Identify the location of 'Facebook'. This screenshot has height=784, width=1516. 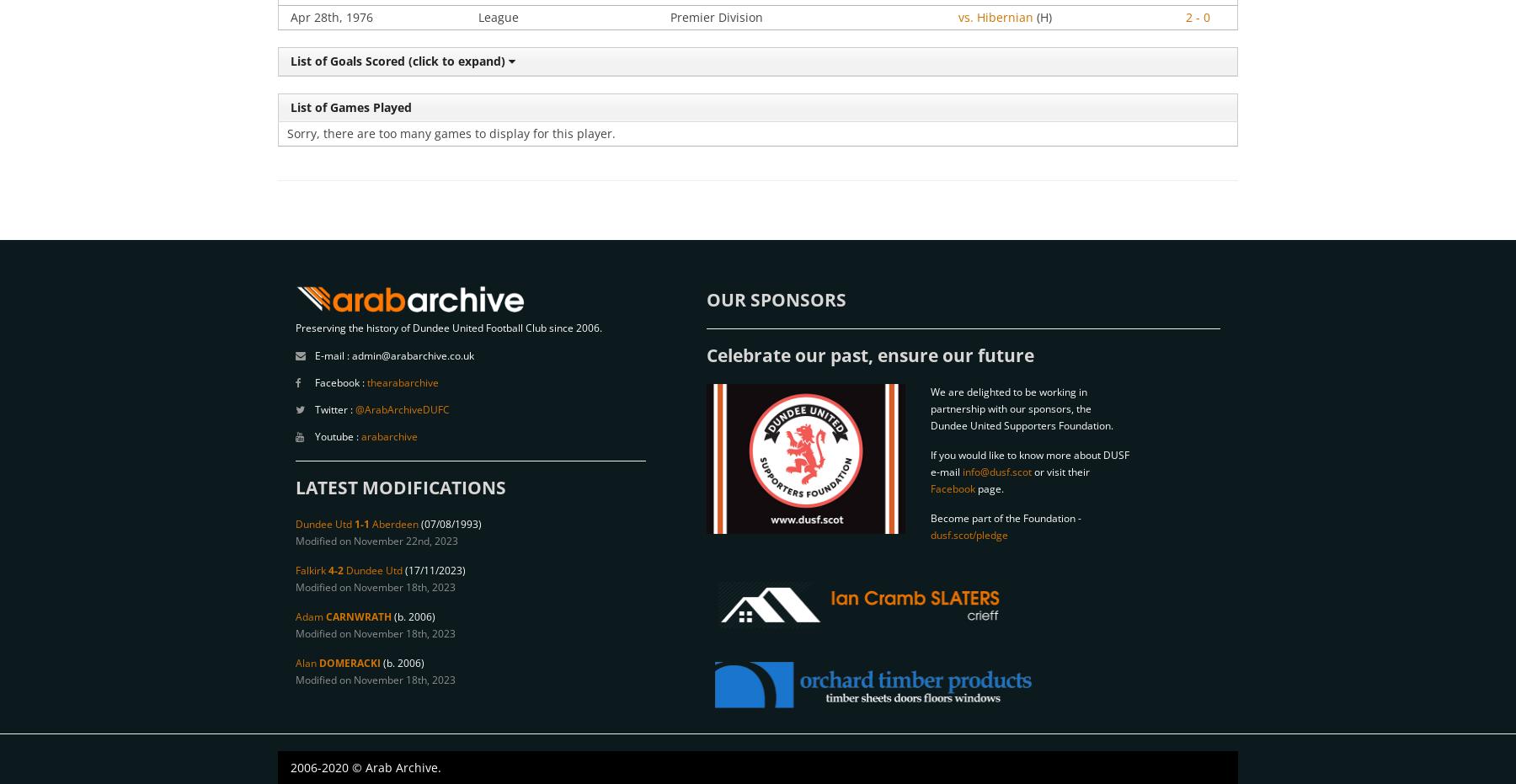
(931, 488).